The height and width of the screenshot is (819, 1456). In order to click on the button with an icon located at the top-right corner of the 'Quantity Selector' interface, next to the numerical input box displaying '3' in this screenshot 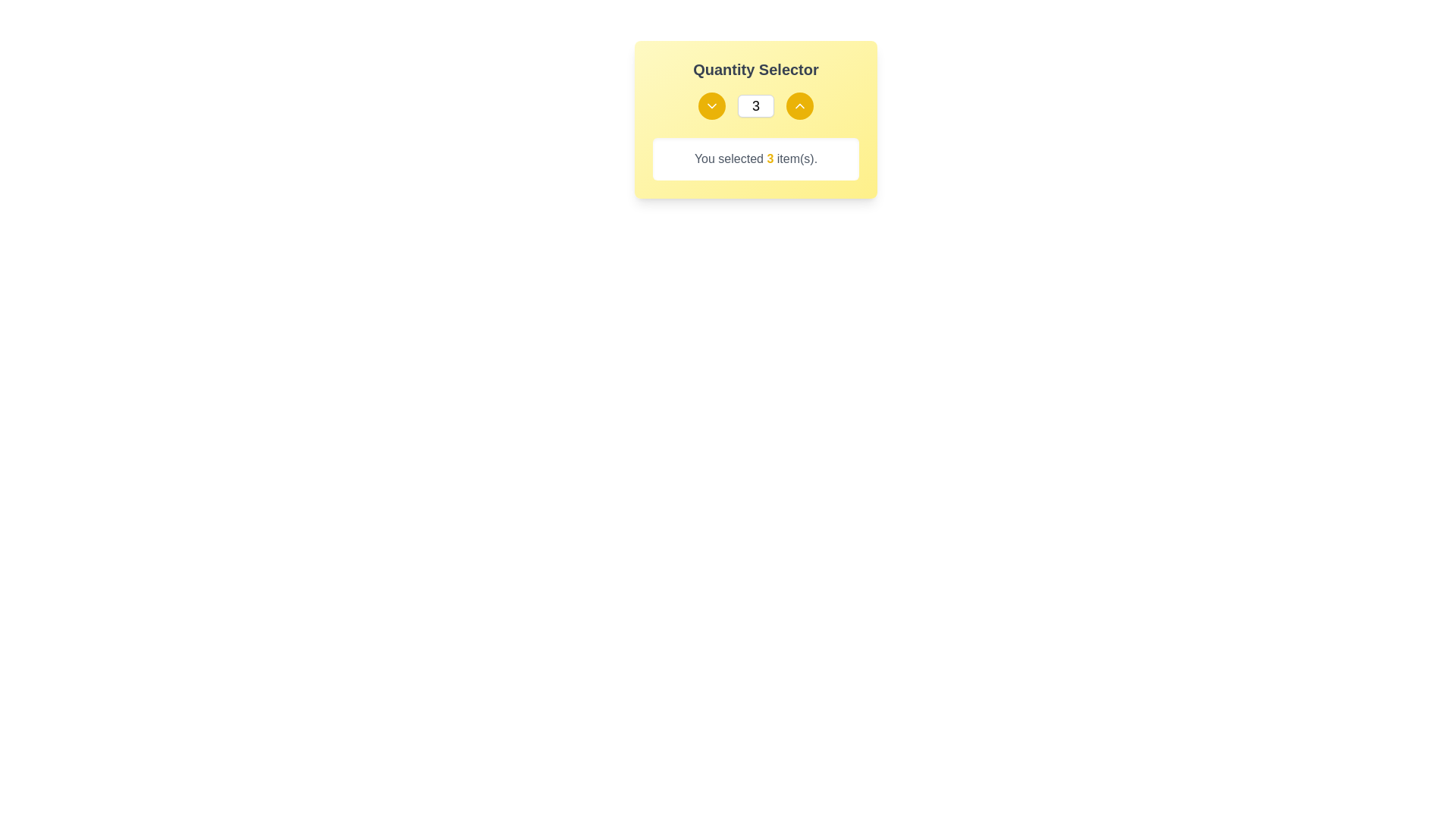, I will do `click(799, 105)`.